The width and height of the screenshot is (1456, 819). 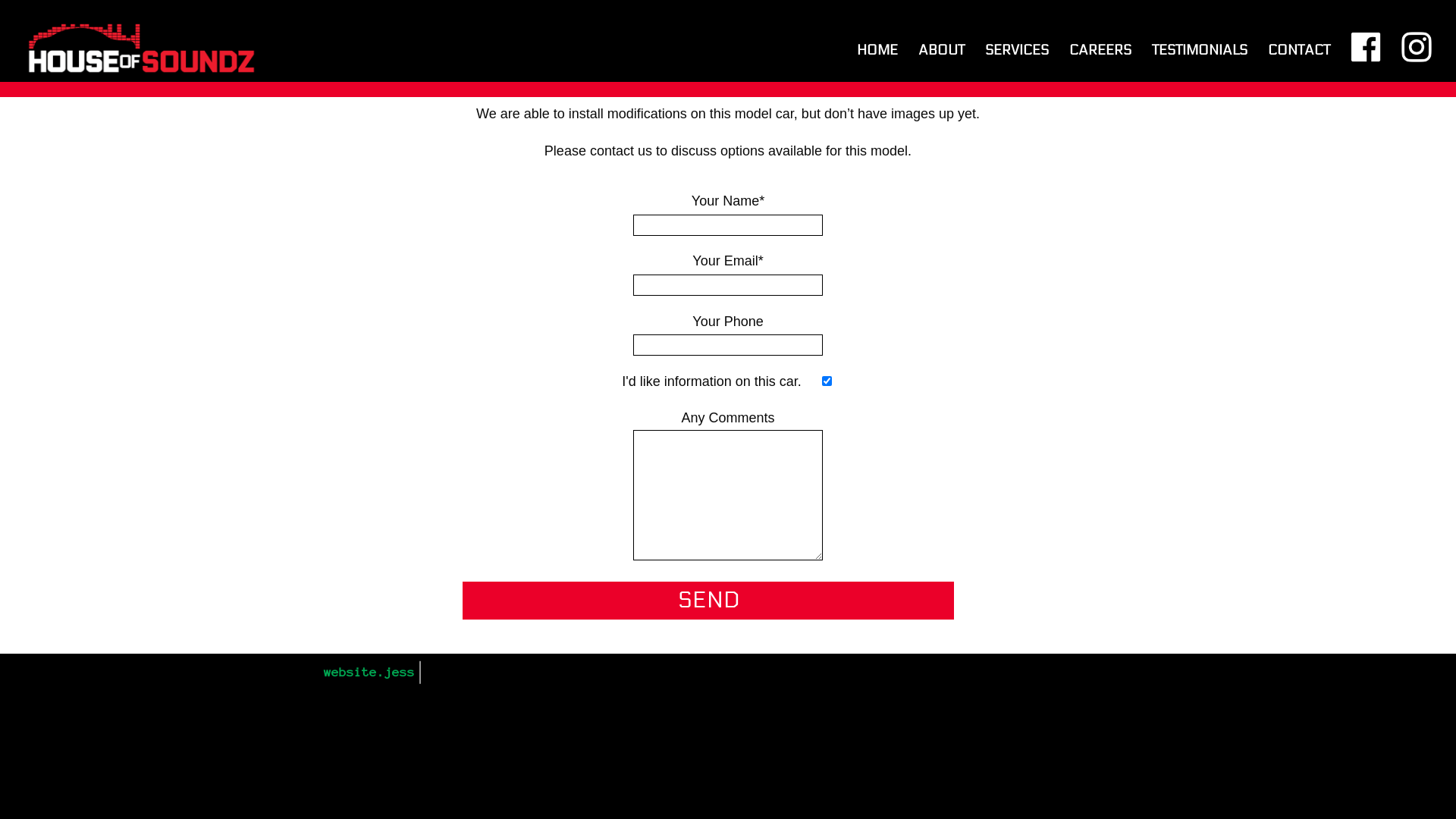 I want to click on 'CONTACT', so click(x=1267, y=62).